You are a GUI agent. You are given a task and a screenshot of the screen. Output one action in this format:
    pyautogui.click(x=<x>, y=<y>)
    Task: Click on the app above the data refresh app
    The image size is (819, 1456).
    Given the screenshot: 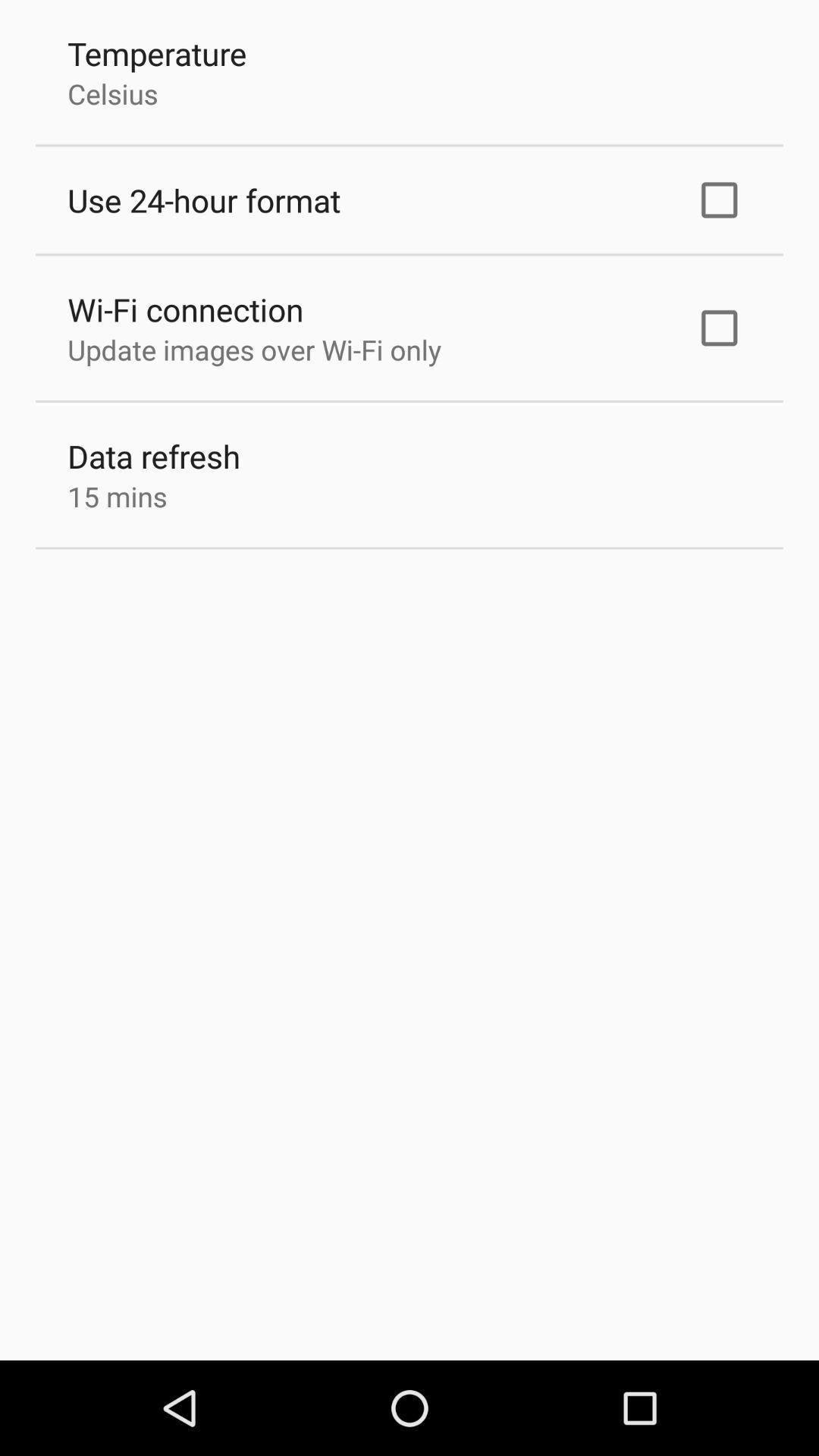 What is the action you would take?
    pyautogui.click(x=253, y=349)
    